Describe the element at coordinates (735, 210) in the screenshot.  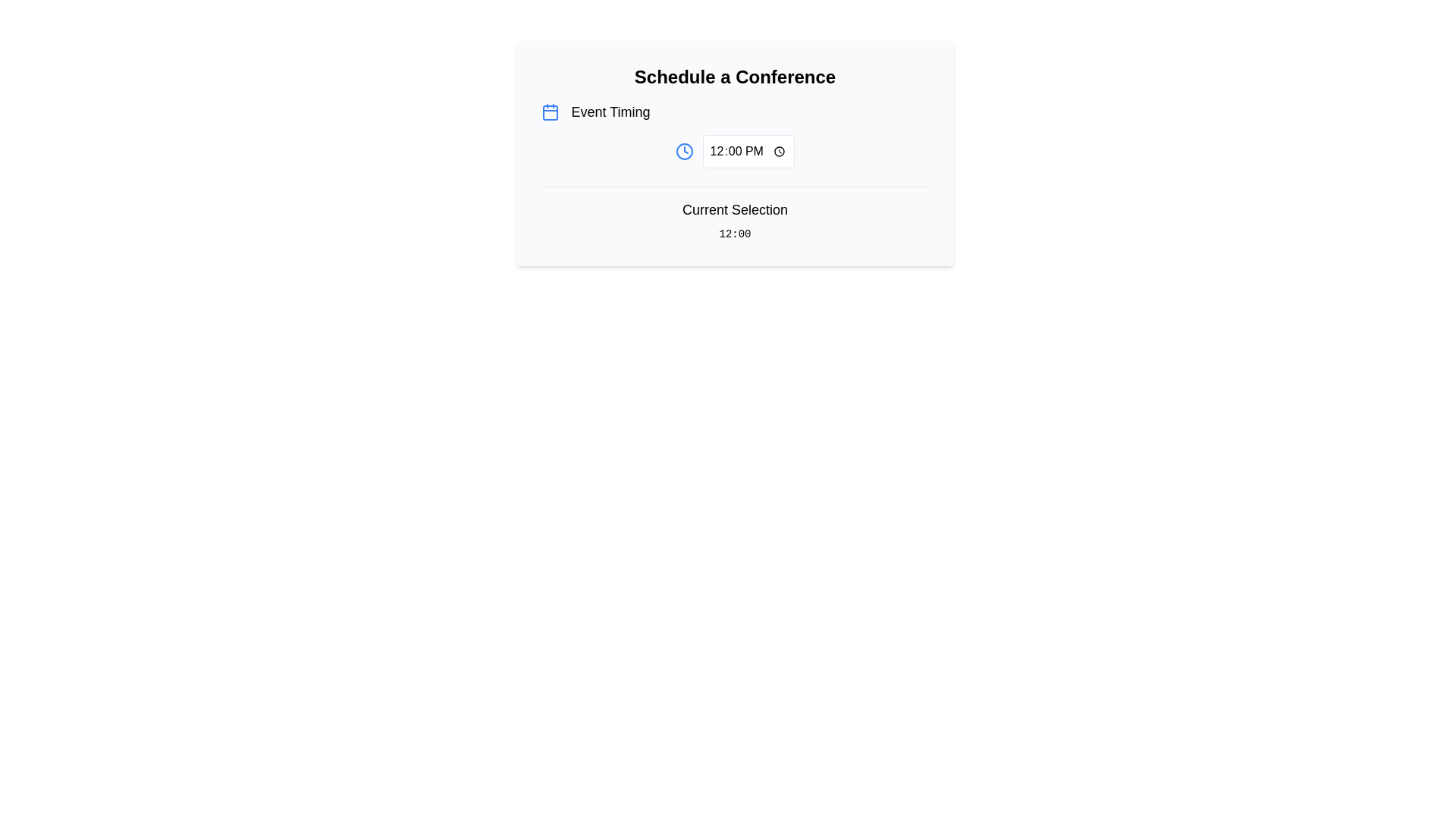
I see `the Text label that indicates the current option or state of the selection process, located under the 'Schedule a Conference' section, above the text '12:00'` at that location.